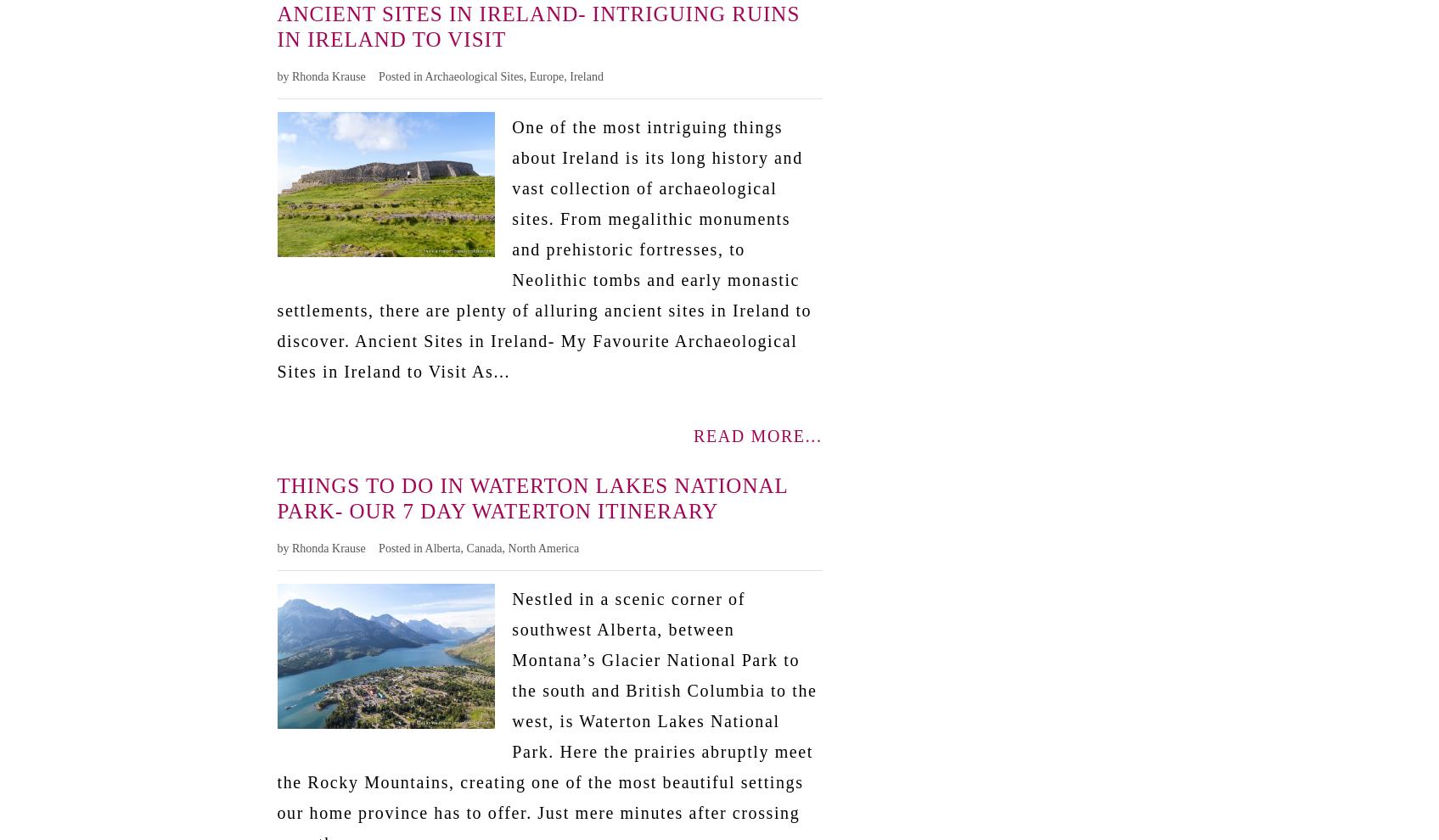 Image resolution: width=1439 pixels, height=840 pixels. Describe the element at coordinates (424, 547) in the screenshot. I see `'Alberta'` at that location.